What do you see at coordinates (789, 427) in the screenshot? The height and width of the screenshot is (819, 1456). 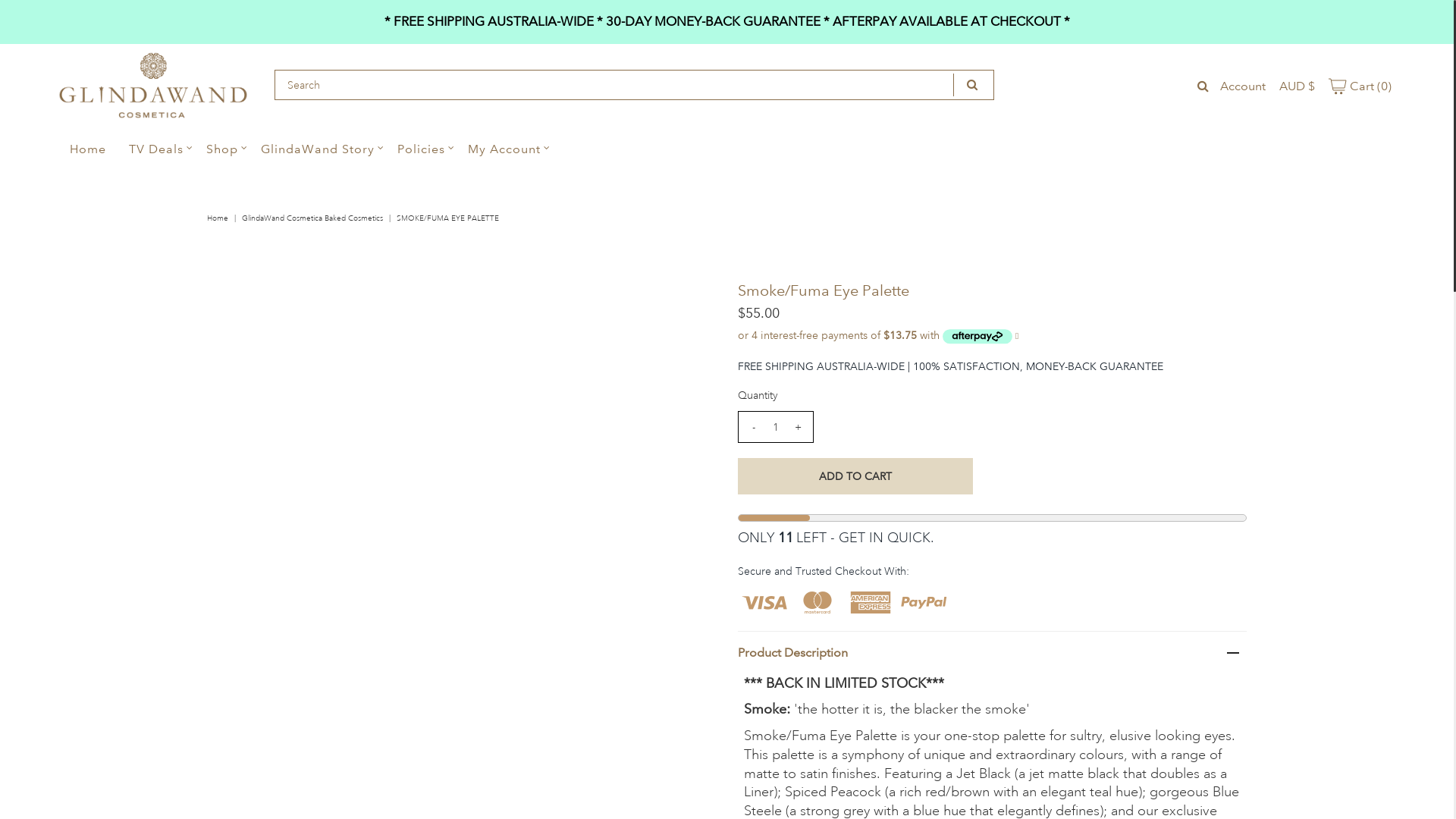 I see `'+'` at bounding box center [789, 427].